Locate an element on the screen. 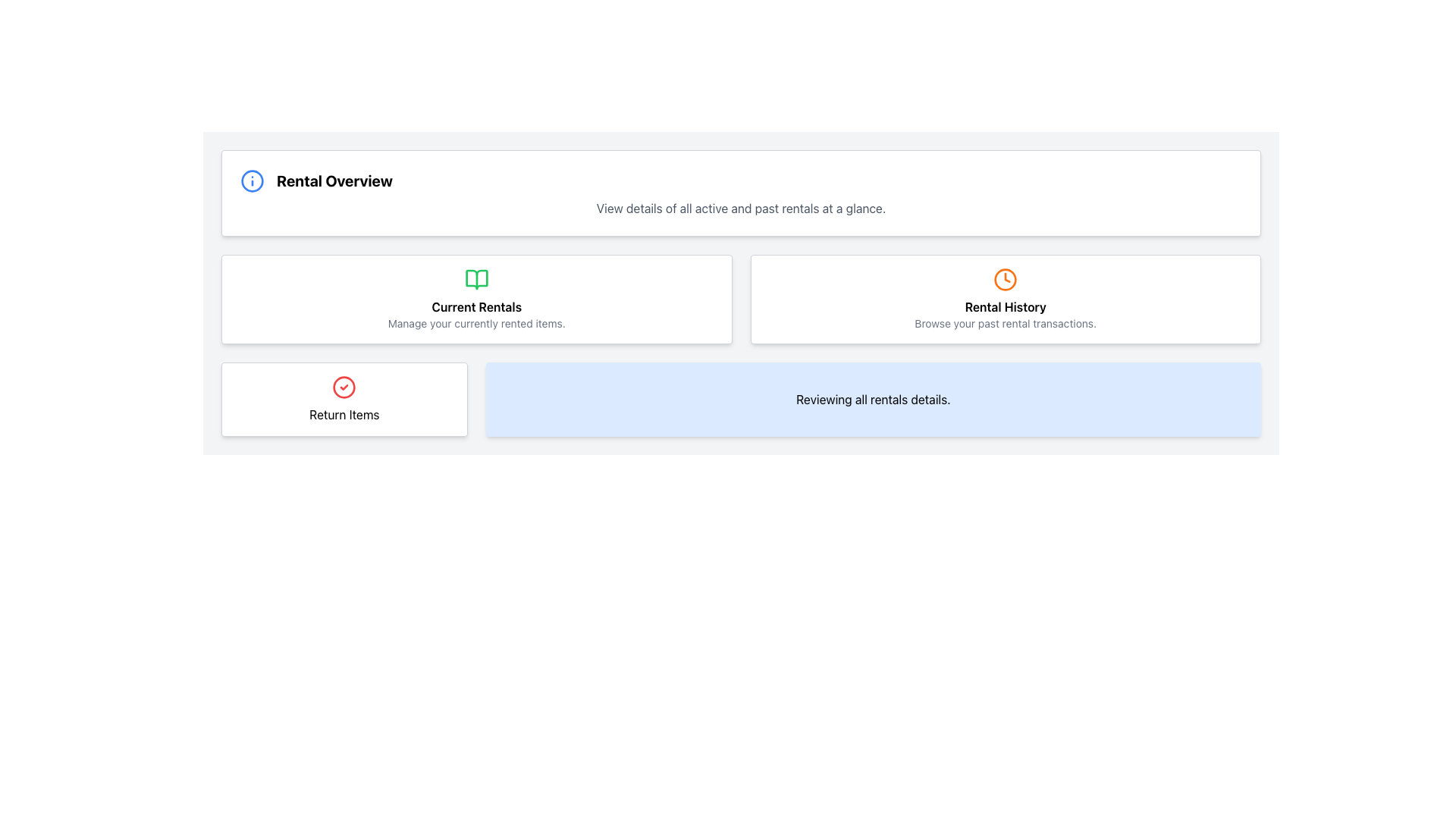 This screenshot has width=1456, height=819. the text label located in the bottom-right panel of the grid, which provides descriptive information about the panel's purpose is located at coordinates (873, 399).